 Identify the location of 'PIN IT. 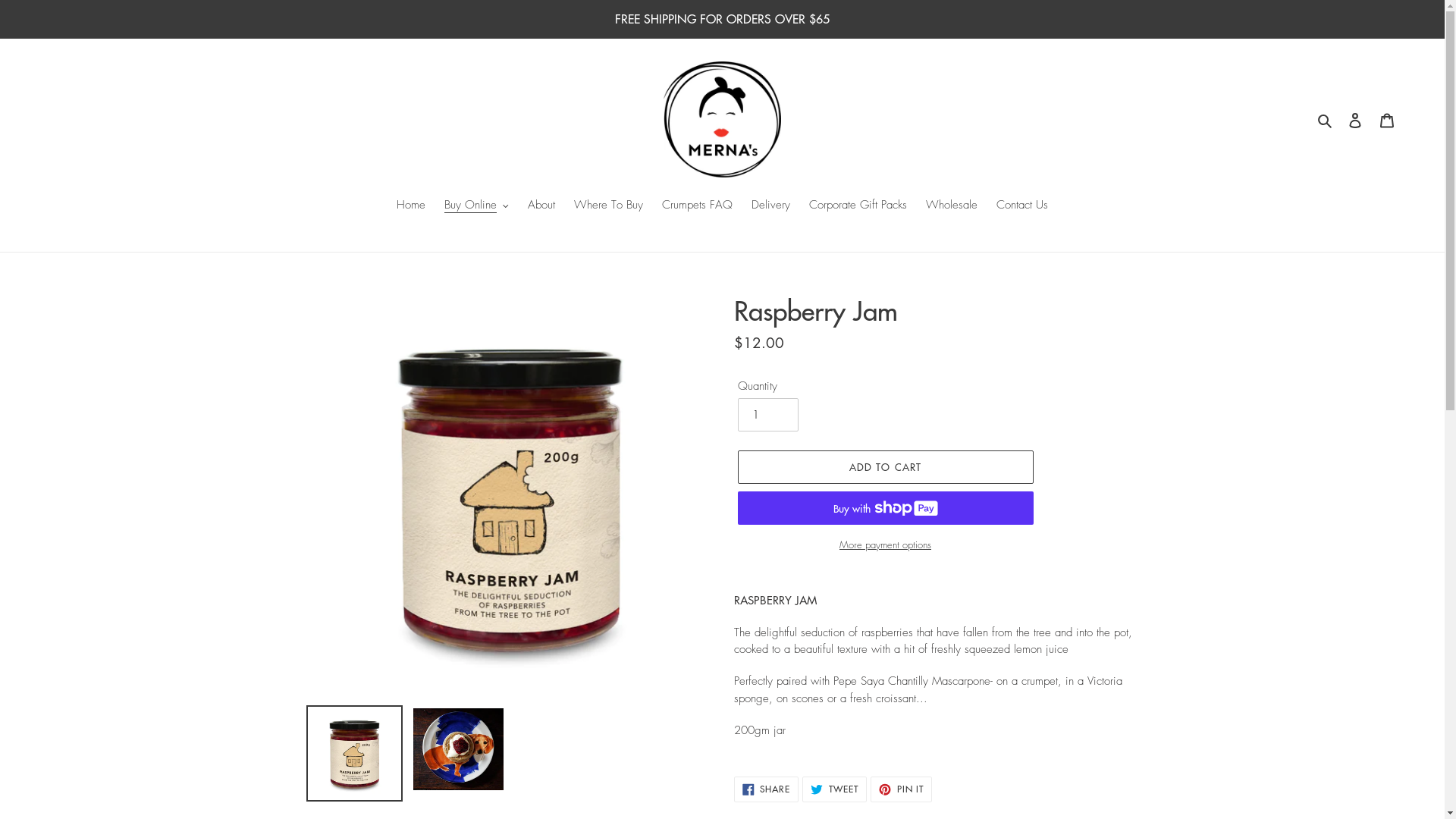
(870, 789).